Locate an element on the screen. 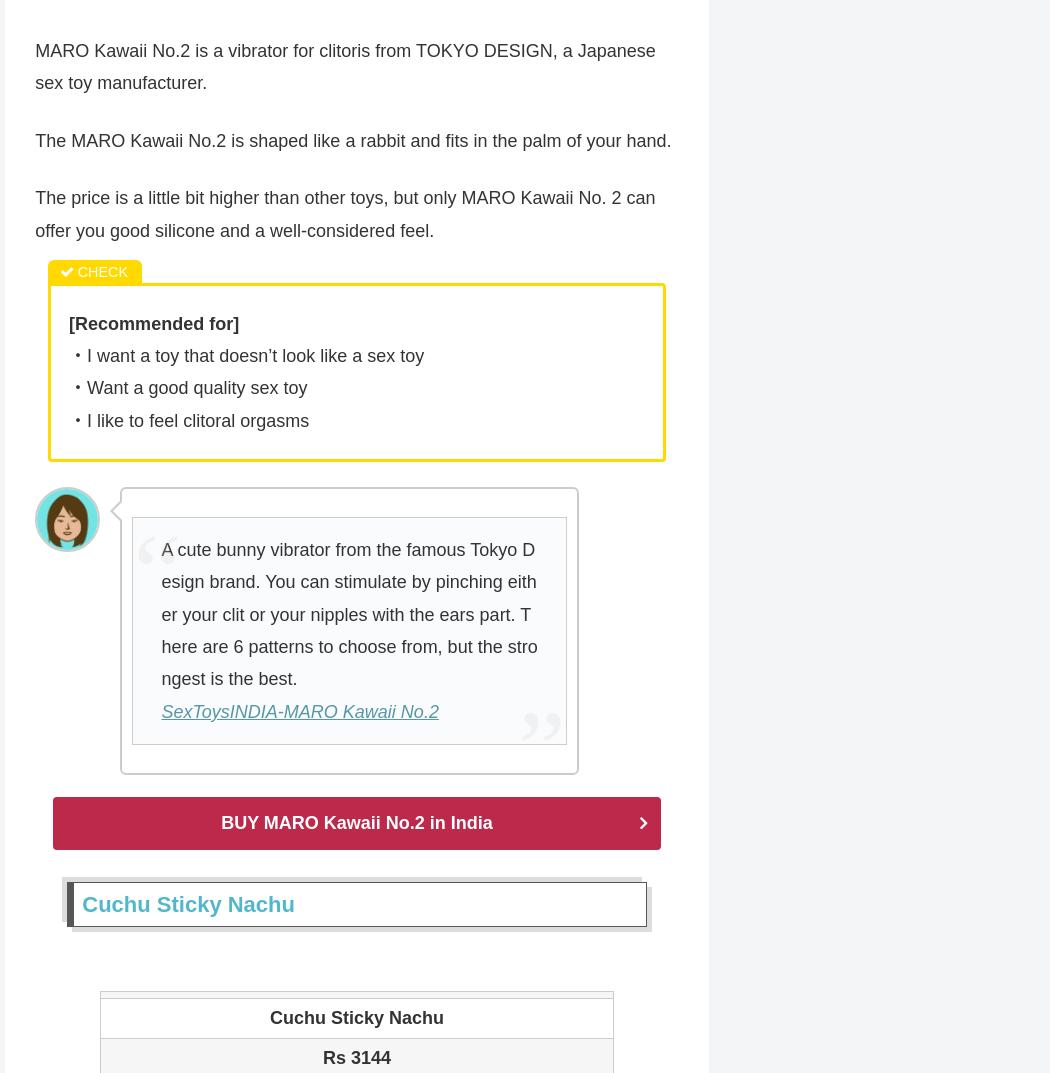 Image resolution: width=1050 pixels, height=1073 pixels. 'MARO Kawaii No.2 is a vibrator for clitoris from TOKYO DESIGN, a Japanese sex toy manufacturer.' is located at coordinates (34, 68).